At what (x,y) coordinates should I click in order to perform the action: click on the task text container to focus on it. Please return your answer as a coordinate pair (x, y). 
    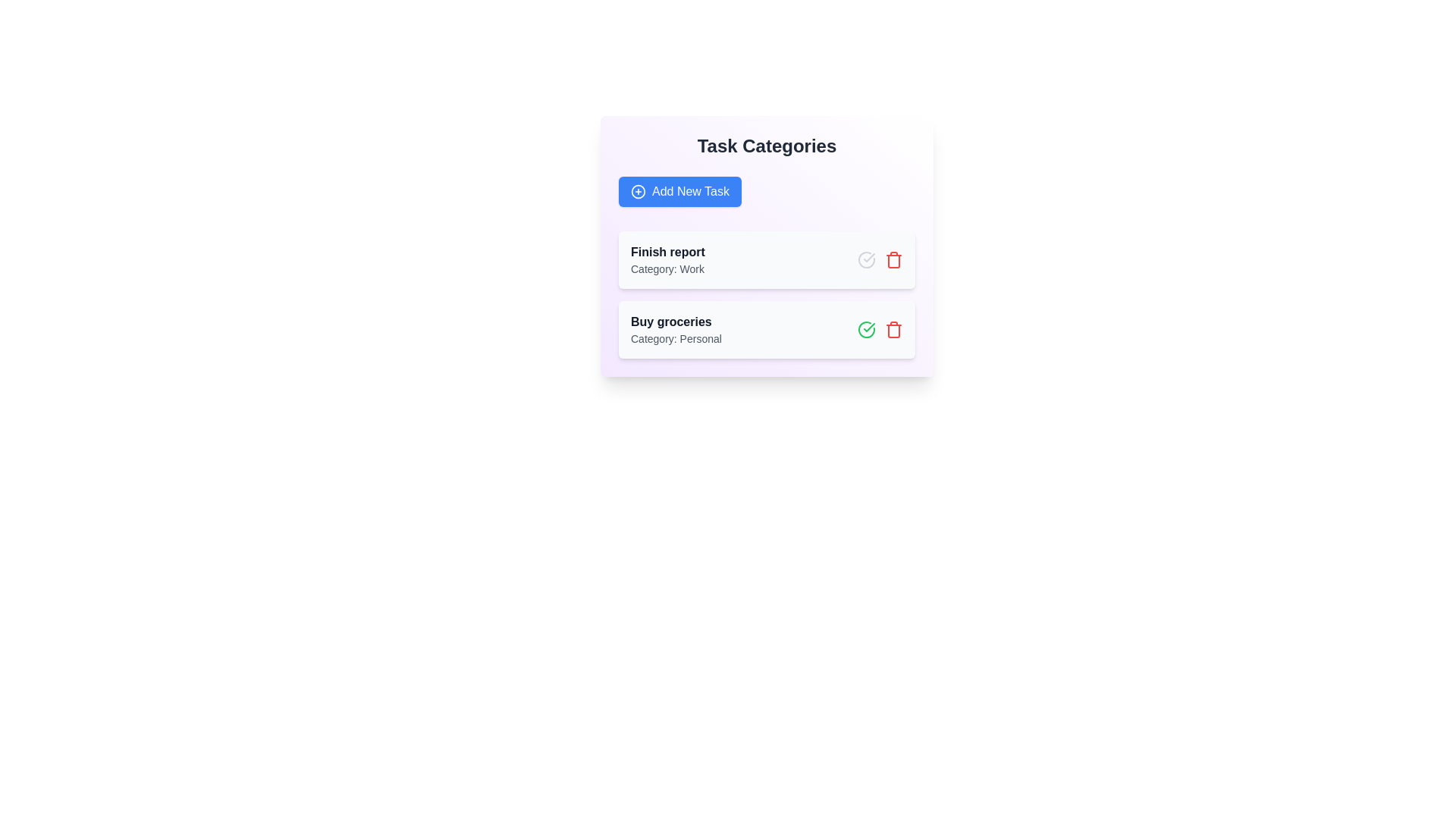
    Looking at the image, I should click on (667, 259).